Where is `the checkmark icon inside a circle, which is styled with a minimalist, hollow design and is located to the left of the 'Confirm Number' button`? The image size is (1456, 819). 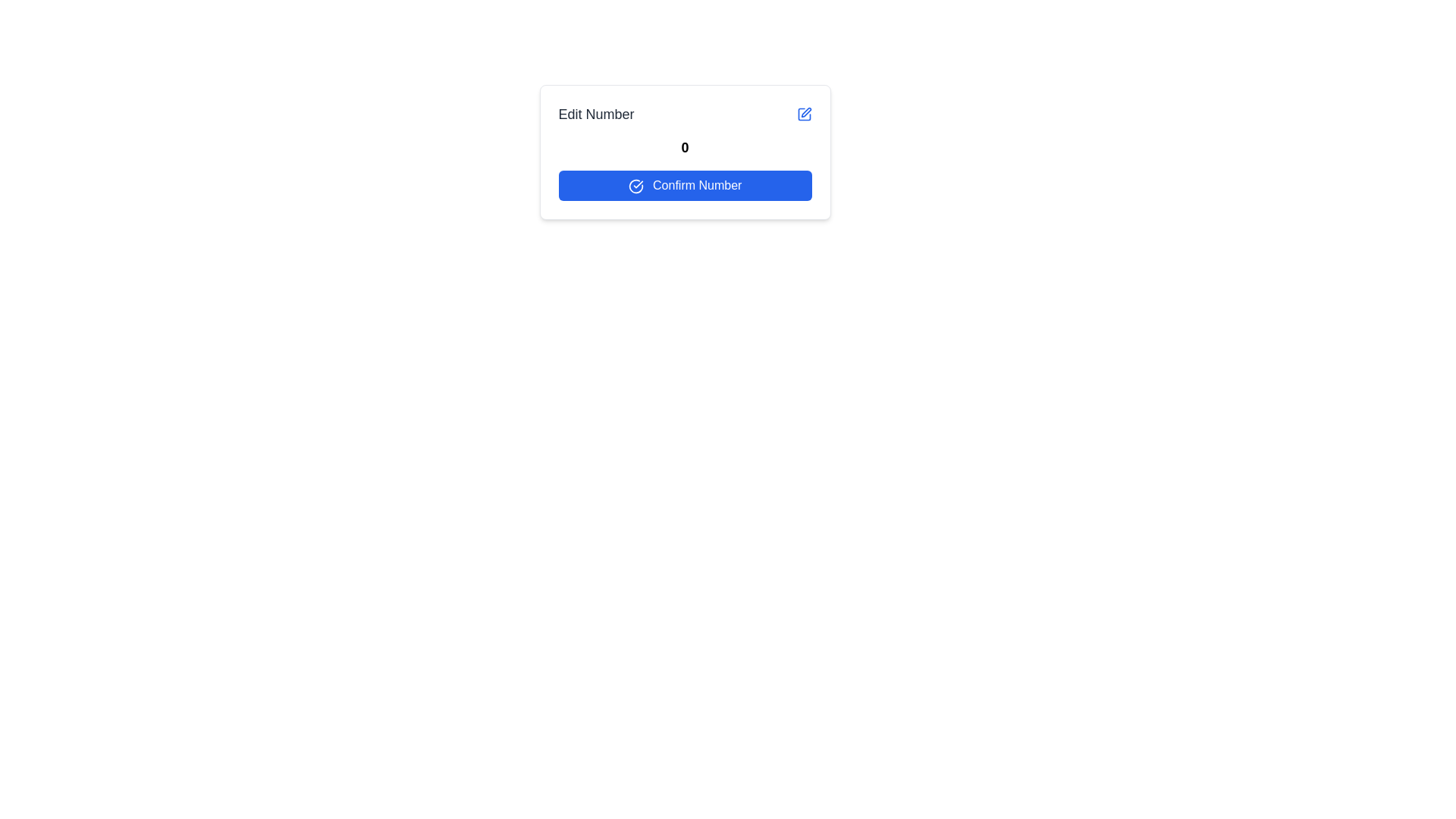
the checkmark icon inside a circle, which is styled with a minimalist, hollow design and is located to the left of the 'Confirm Number' button is located at coordinates (635, 185).